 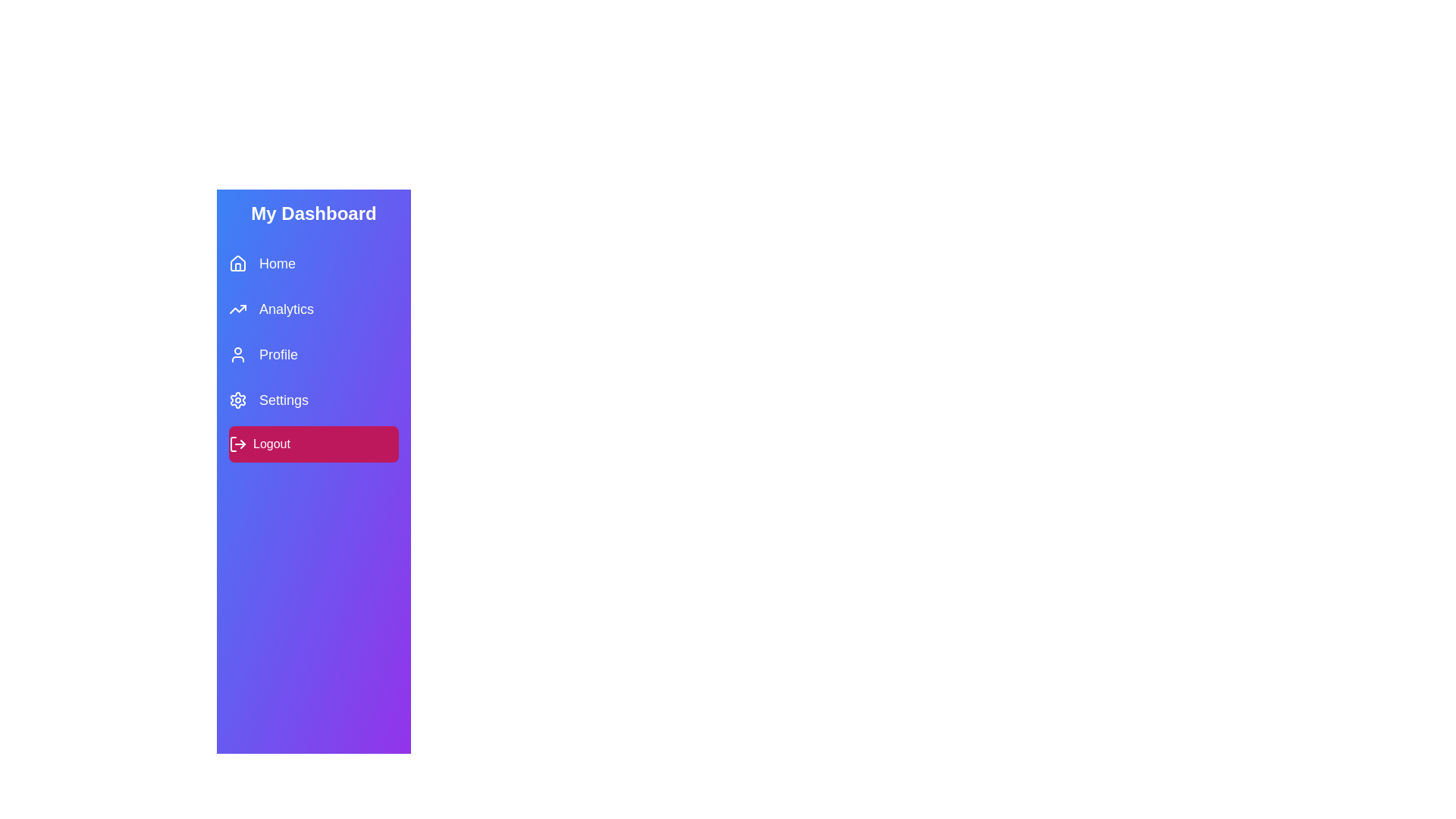 I want to click on the navigation button labeled 'Home' in the vertical menu located beneath 'My Dashboard', so click(x=312, y=262).